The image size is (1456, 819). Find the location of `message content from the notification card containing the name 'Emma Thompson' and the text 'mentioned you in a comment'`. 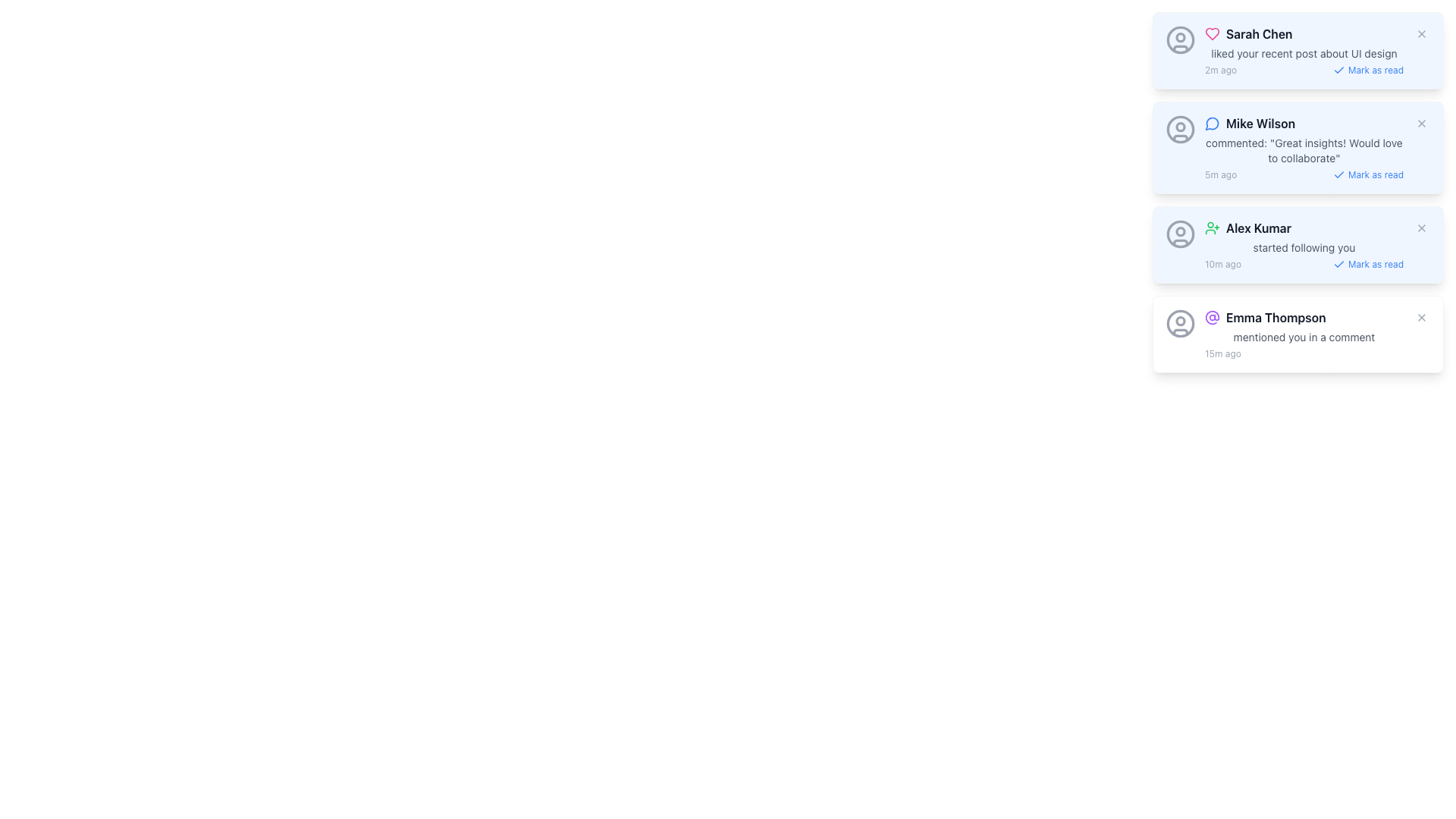

message content from the notification card containing the name 'Emma Thompson' and the text 'mentioned you in a comment' is located at coordinates (1298, 333).